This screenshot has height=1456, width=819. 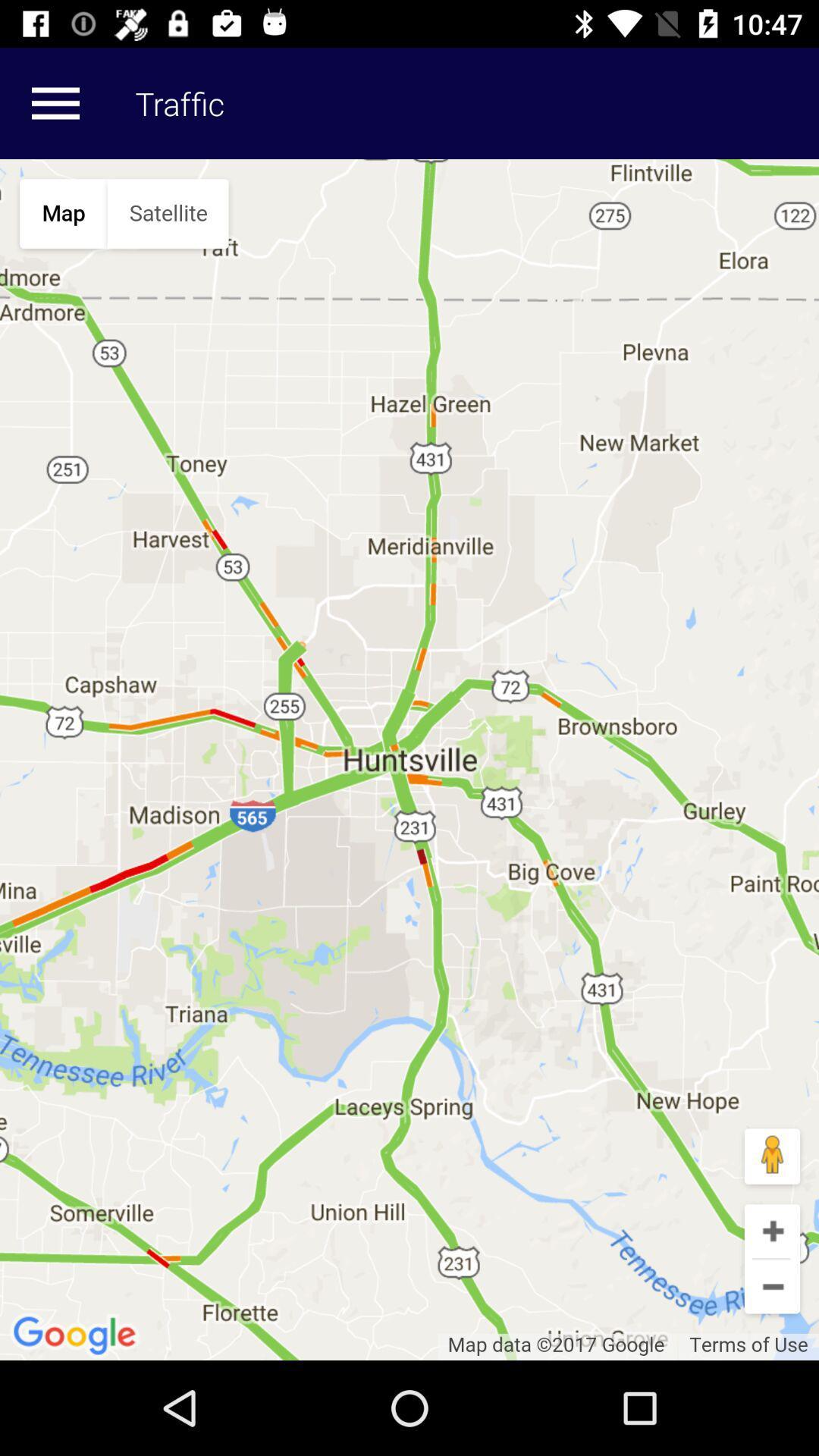 What do you see at coordinates (55, 102) in the screenshot?
I see `more details` at bounding box center [55, 102].